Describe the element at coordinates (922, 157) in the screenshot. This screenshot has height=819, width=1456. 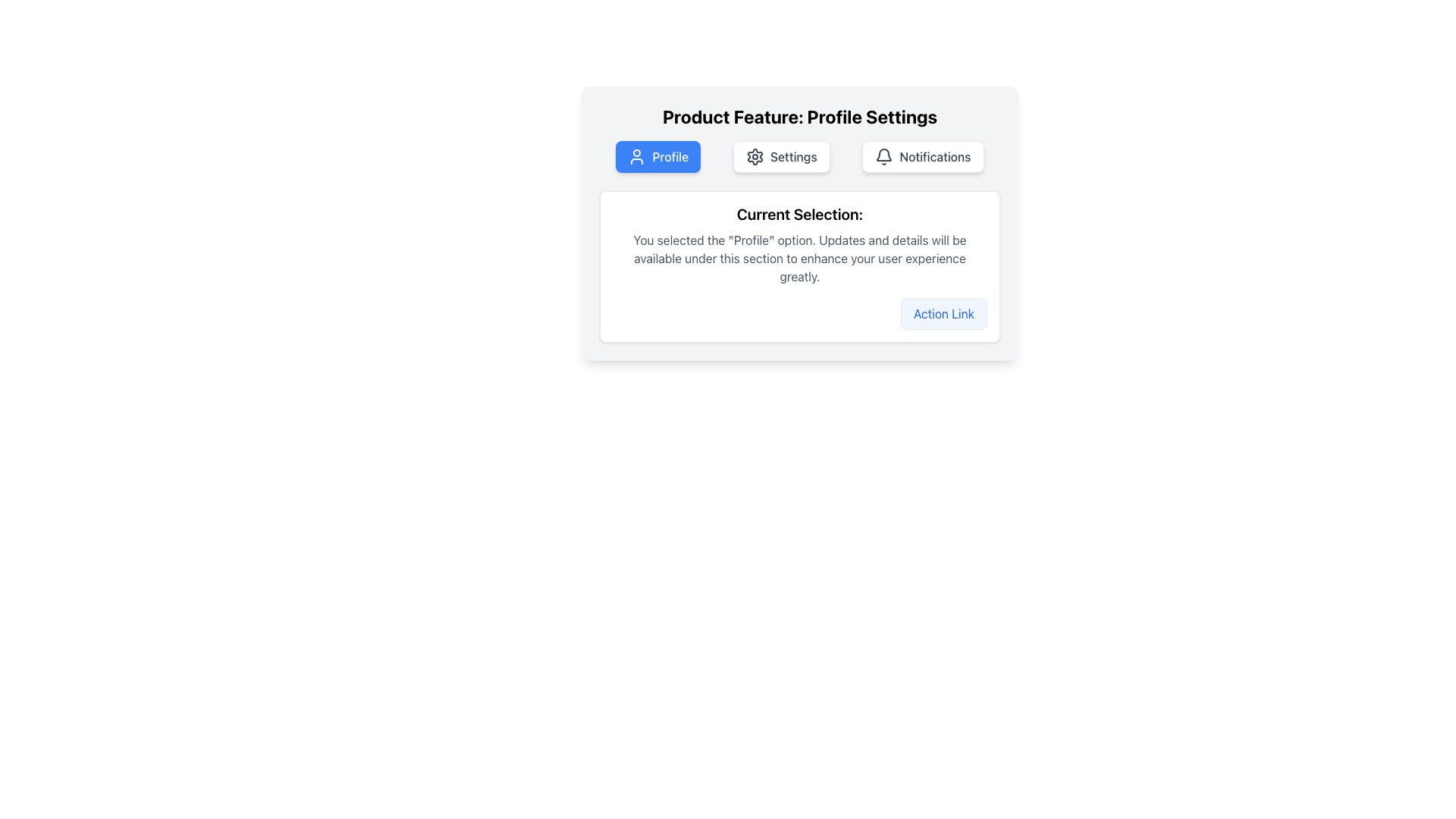
I see `the third button on the horizontal bar that navigates to the 'Notifications' section` at that location.